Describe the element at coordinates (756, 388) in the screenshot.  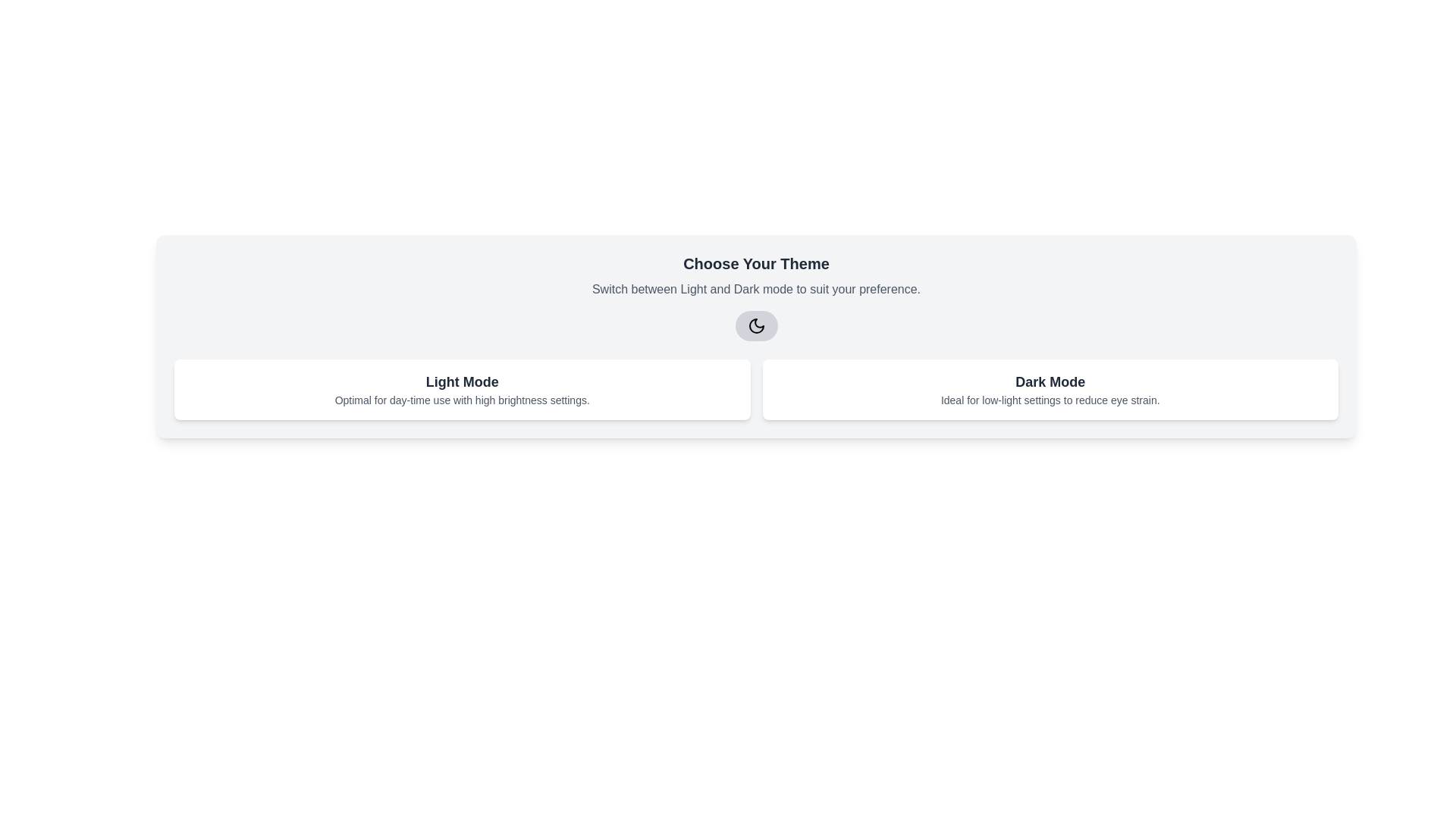
I see `the 'Light Mode' and 'Dark Mode' sections of the Informational grid layout for interactions` at that location.